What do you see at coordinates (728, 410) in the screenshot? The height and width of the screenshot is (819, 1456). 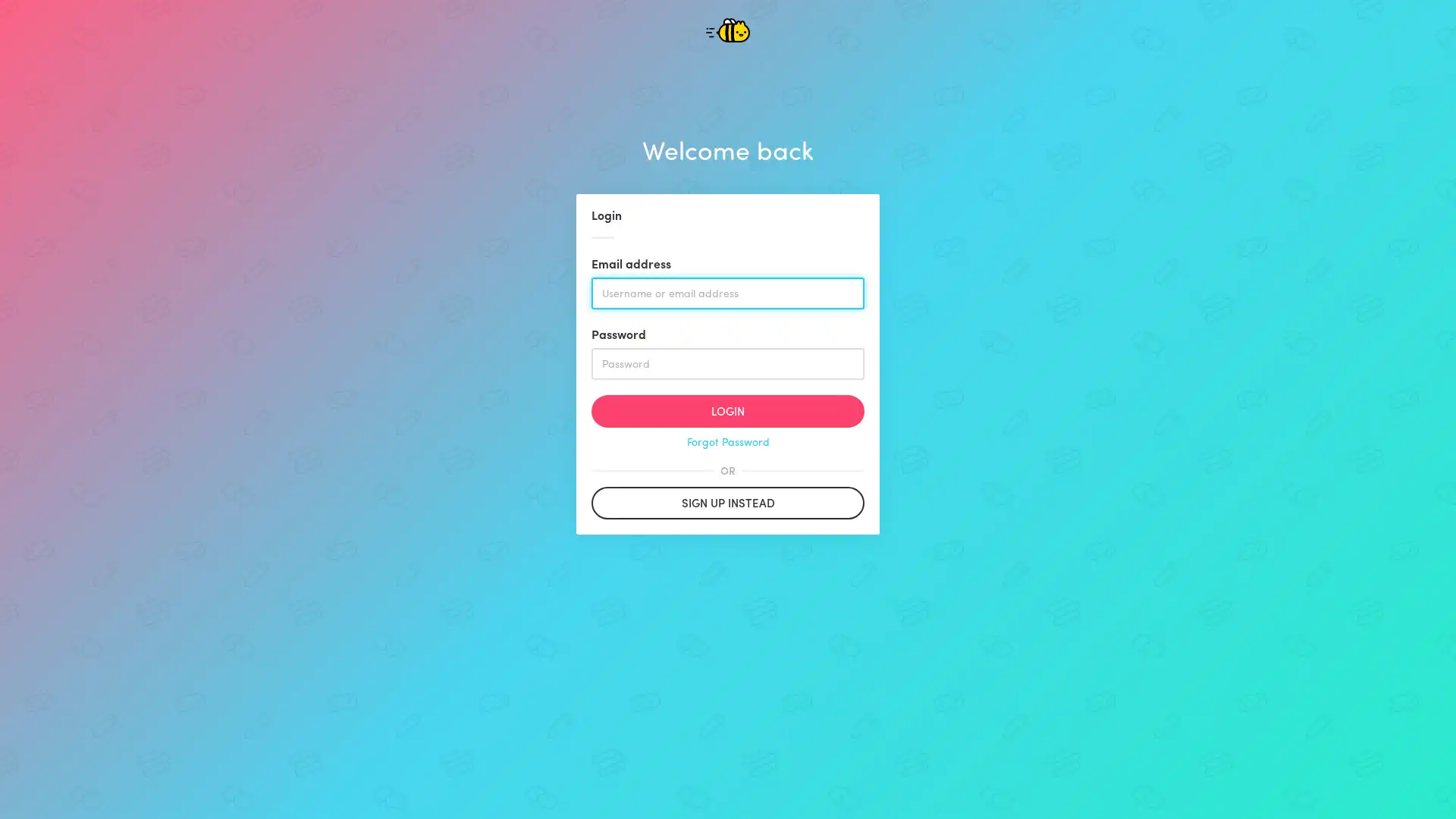 I see `Login` at bounding box center [728, 410].